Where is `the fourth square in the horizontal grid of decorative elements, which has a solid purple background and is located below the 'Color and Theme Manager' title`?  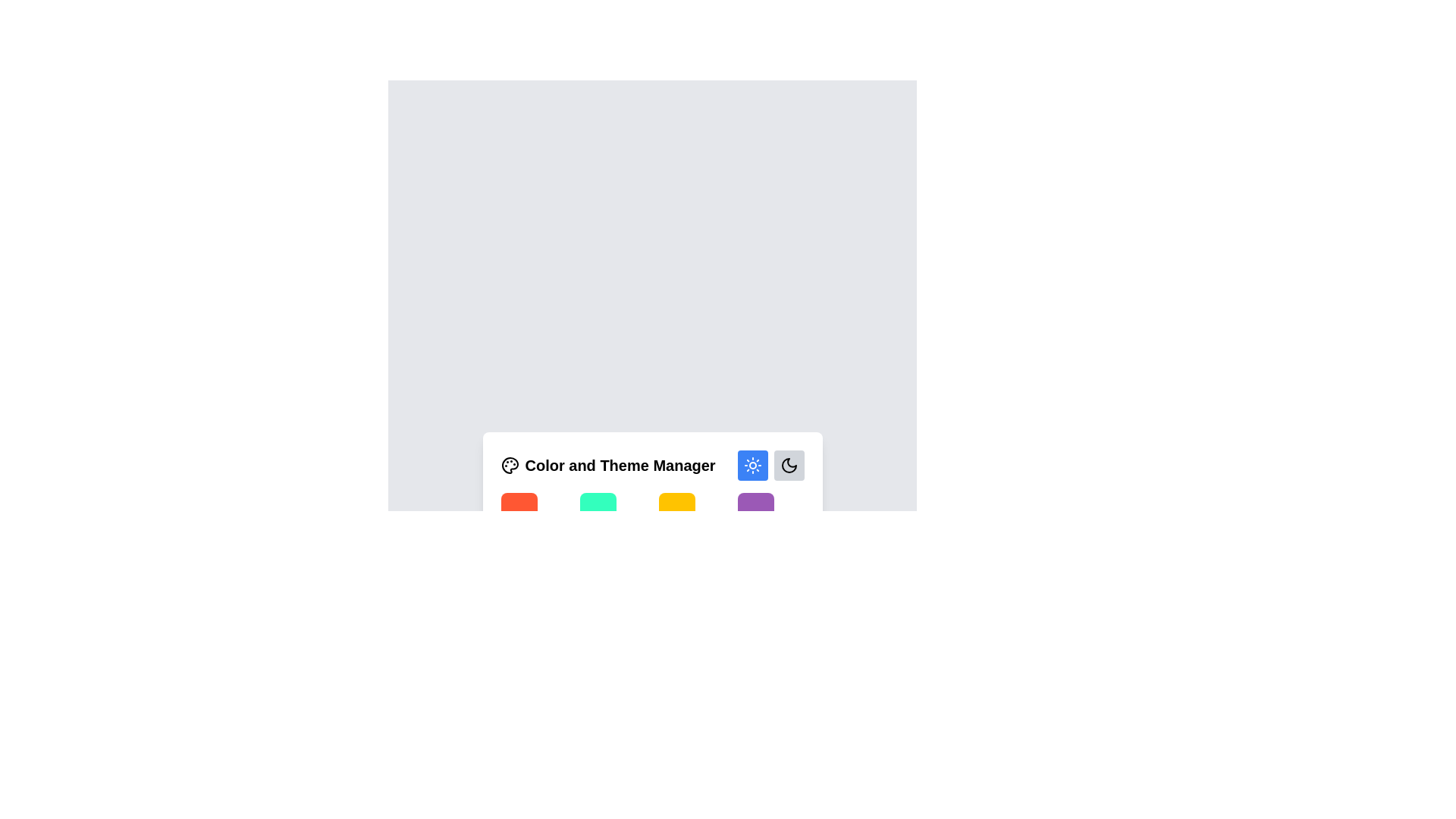 the fourth square in the horizontal grid of decorative elements, which has a solid purple background and is located below the 'Color and Theme Manager' title is located at coordinates (755, 511).